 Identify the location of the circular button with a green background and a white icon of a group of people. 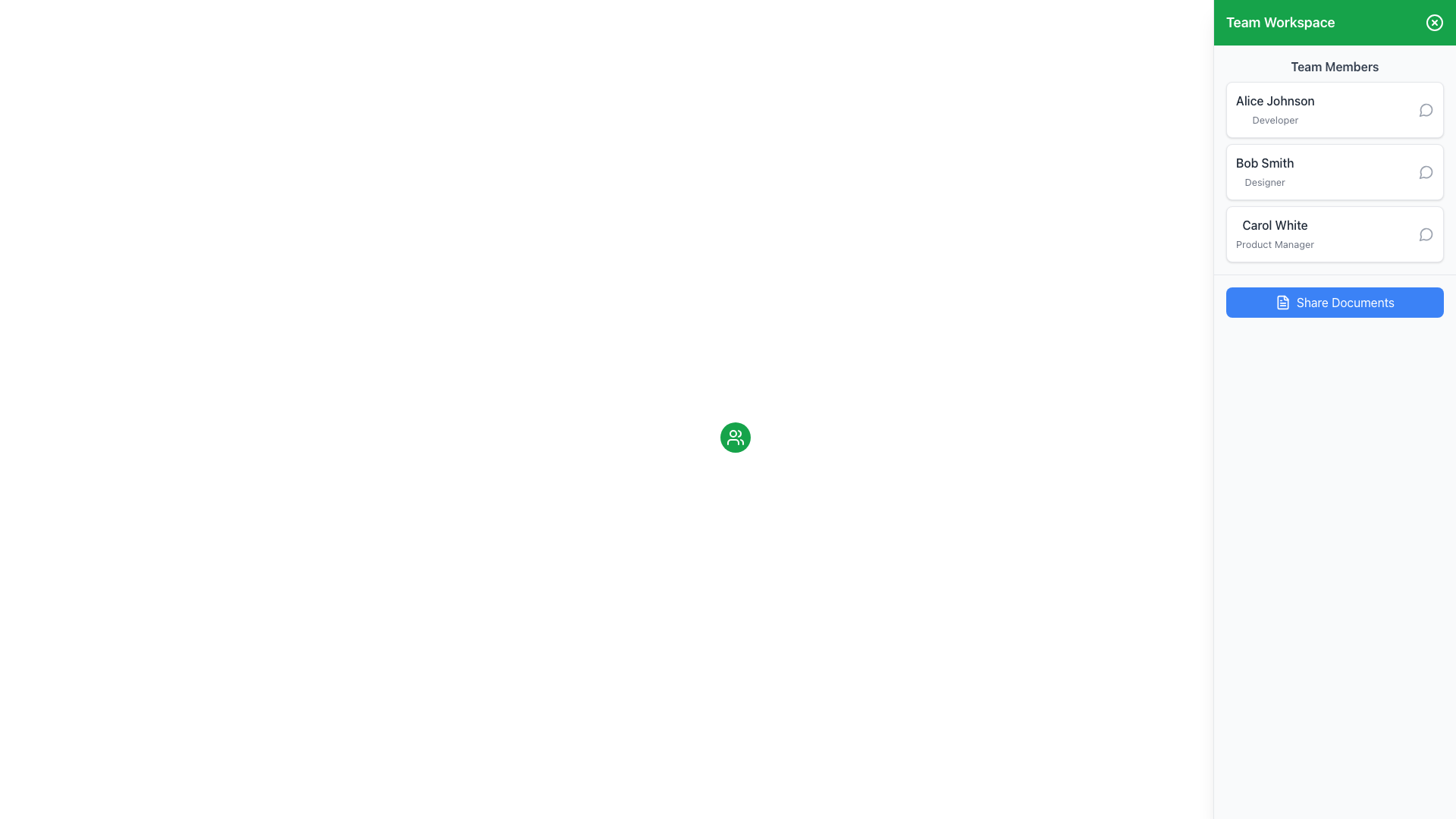
(735, 438).